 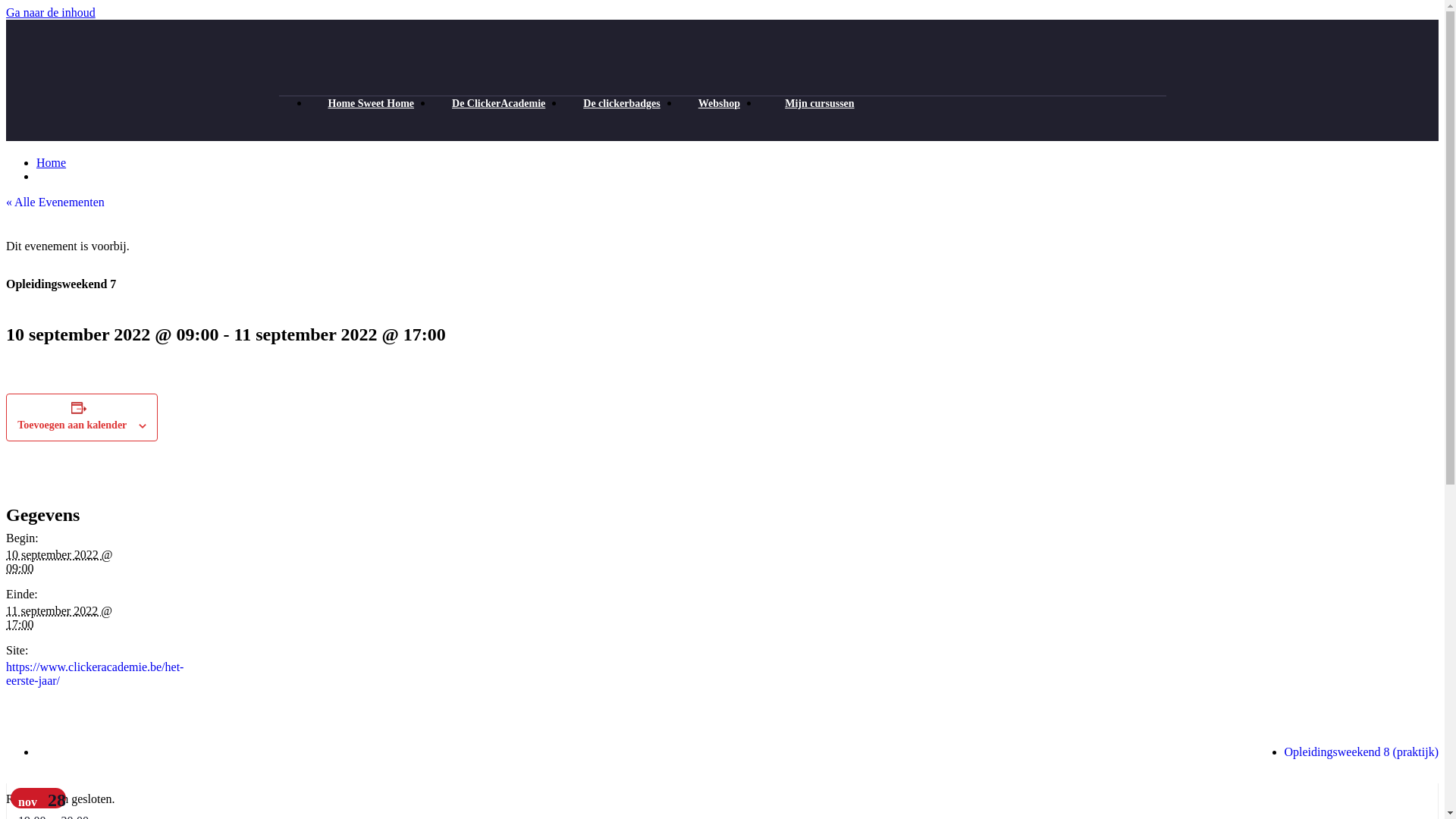 I want to click on 'https://www.clickeracademie.be/het-eerste-jaar/', so click(x=93, y=673).